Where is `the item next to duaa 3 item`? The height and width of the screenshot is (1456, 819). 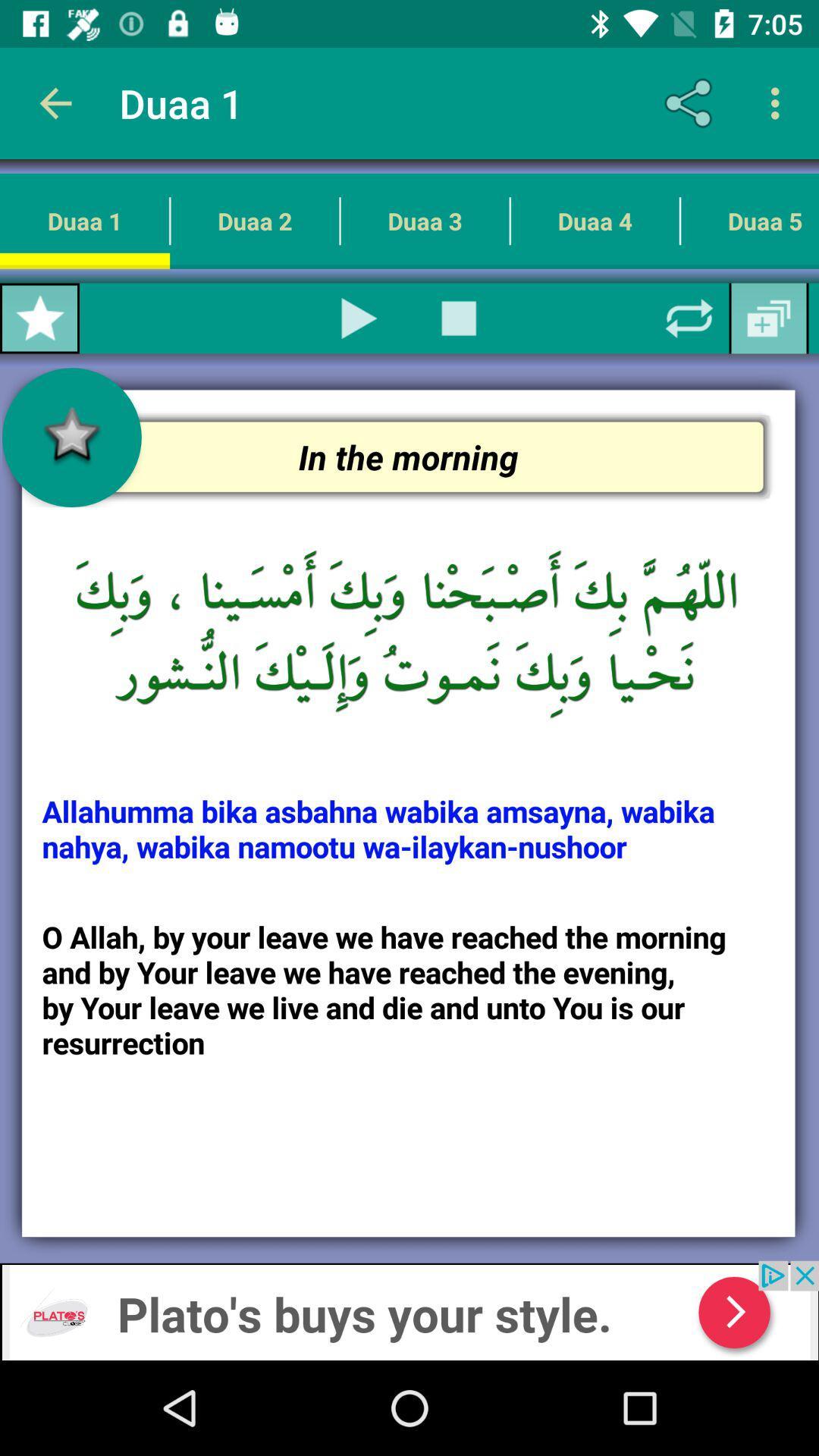 the item next to duaa 3 item is located at coordinates (594, 220).